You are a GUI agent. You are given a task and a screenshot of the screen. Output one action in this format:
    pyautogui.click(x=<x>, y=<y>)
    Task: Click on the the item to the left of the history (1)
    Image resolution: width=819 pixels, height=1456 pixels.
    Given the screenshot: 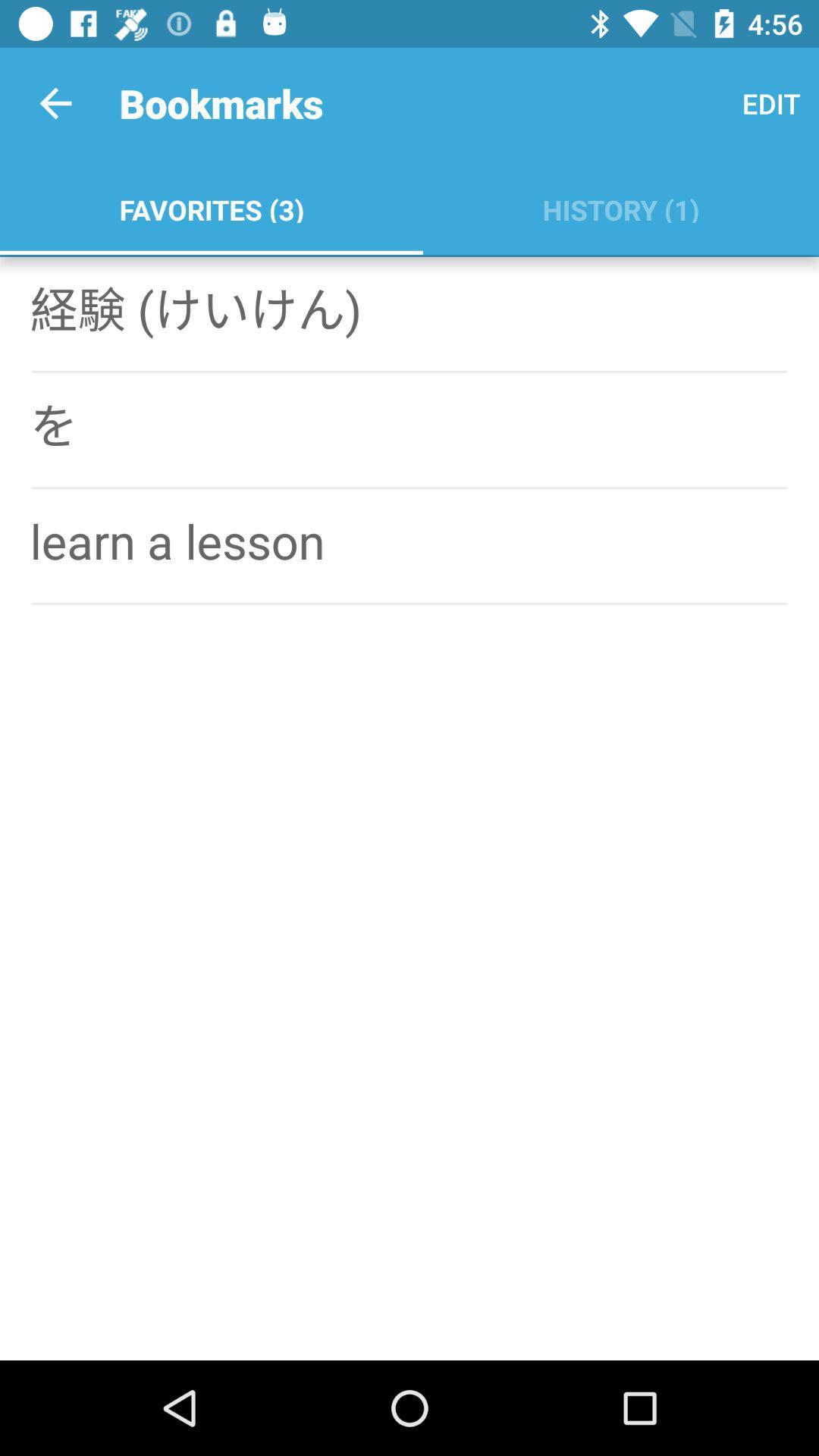 What is the action you would take?
    pyautogui.click(x=211, y=206)
    